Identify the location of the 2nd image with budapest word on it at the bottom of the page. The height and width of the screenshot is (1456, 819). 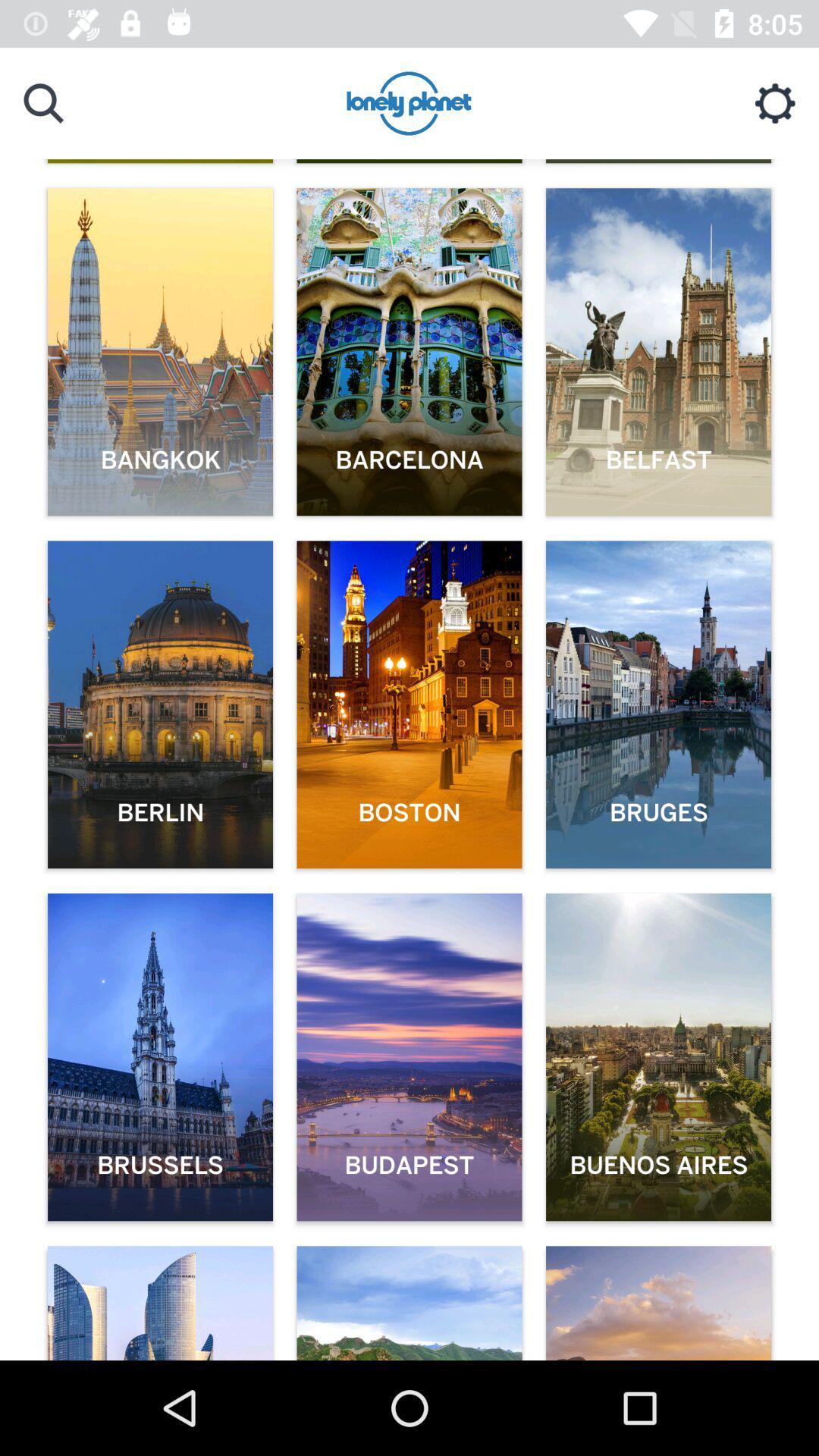
(409, 1056).